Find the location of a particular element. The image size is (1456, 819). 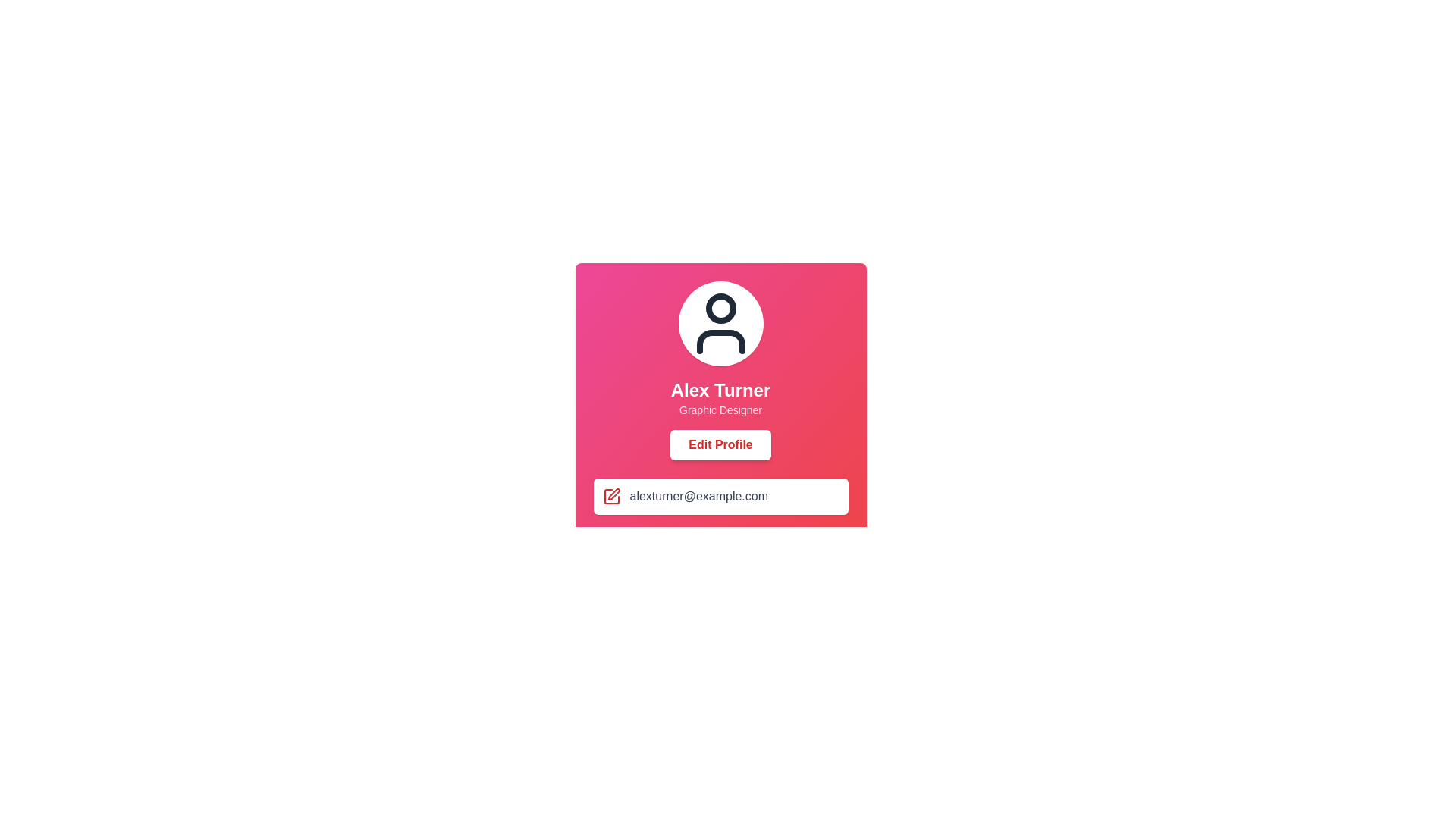

the text label displaying the email address 'alexturner@example.com', which is styled in light gray and located next to a red edit icon is located at coordinates (698, 497).